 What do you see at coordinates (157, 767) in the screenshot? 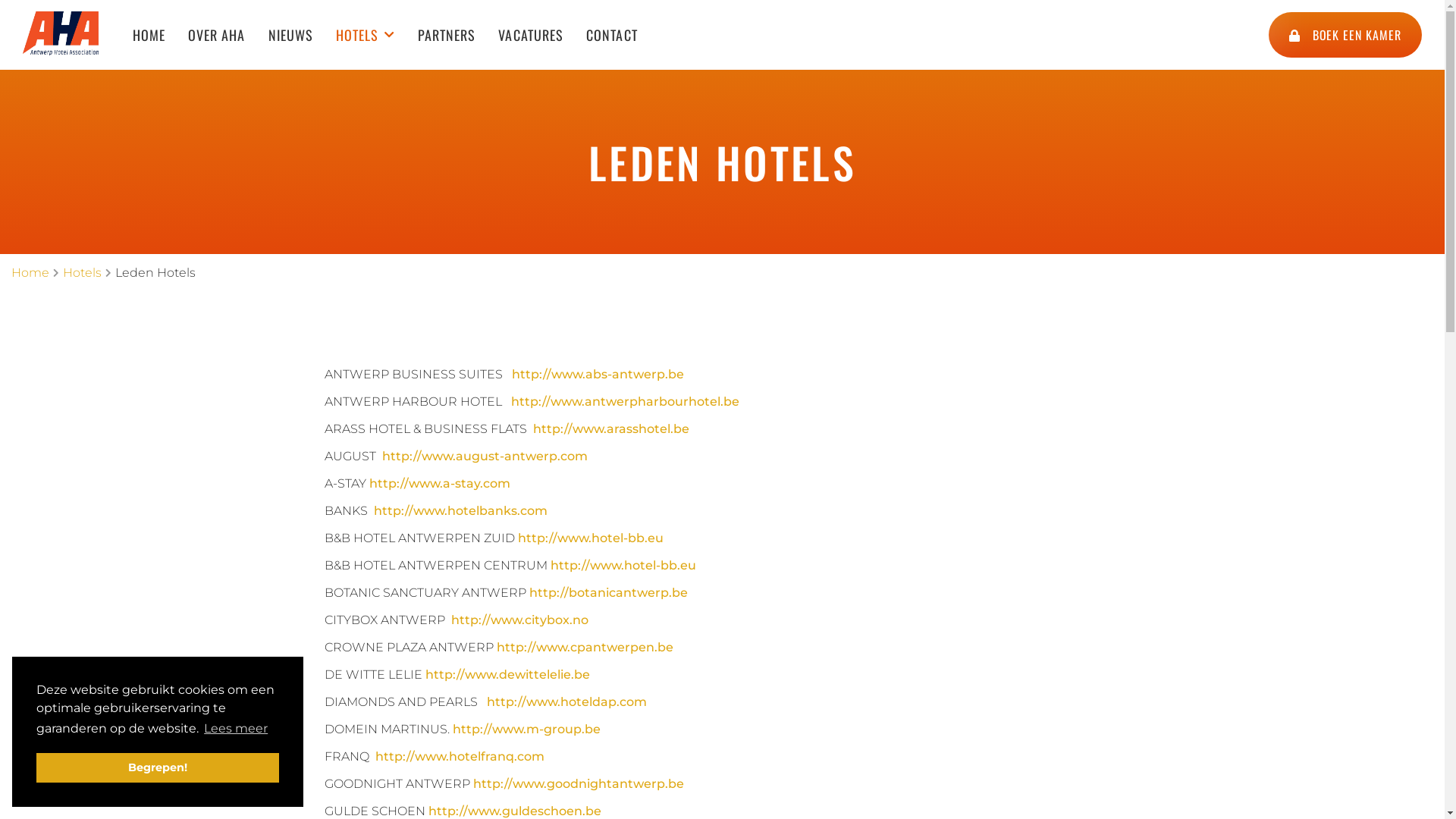
I see `'Begrepen!'` at bounding box center [157, 767].